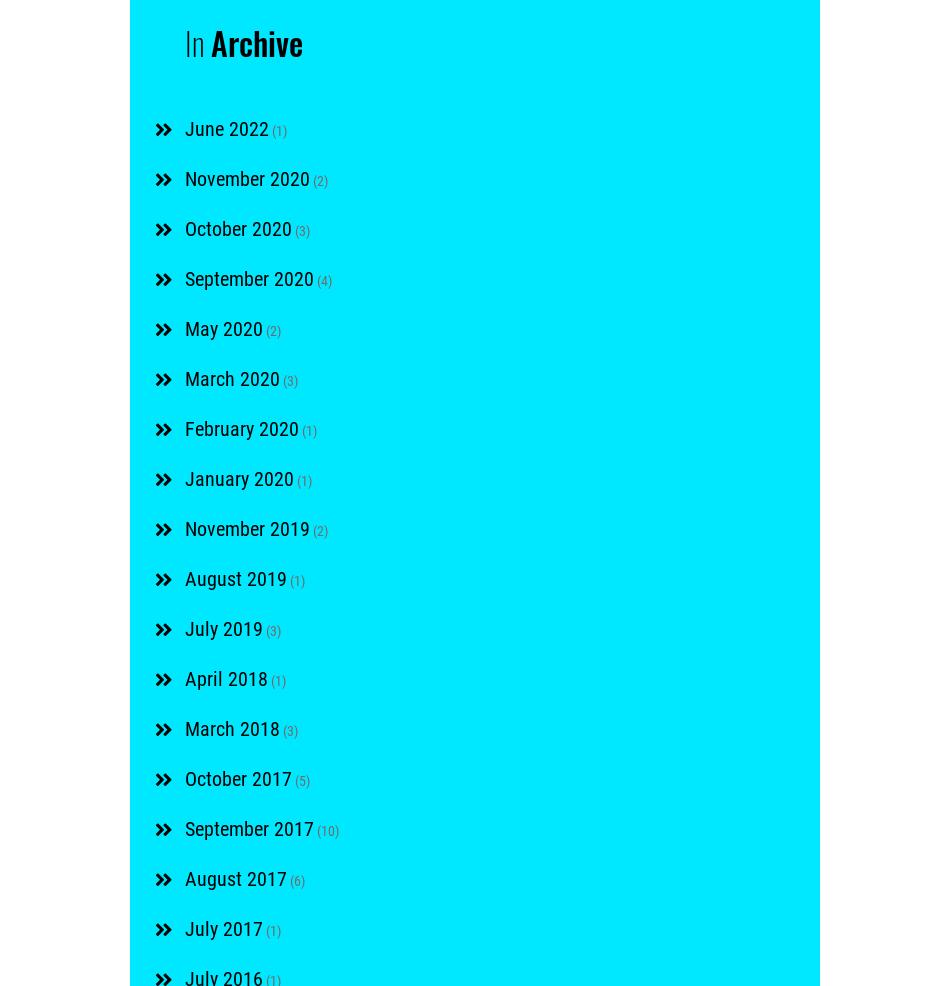  What do you see at coordinates (226, 127) in the screenshot?
I see `'June 2022'` at bounding box center [226, 127].